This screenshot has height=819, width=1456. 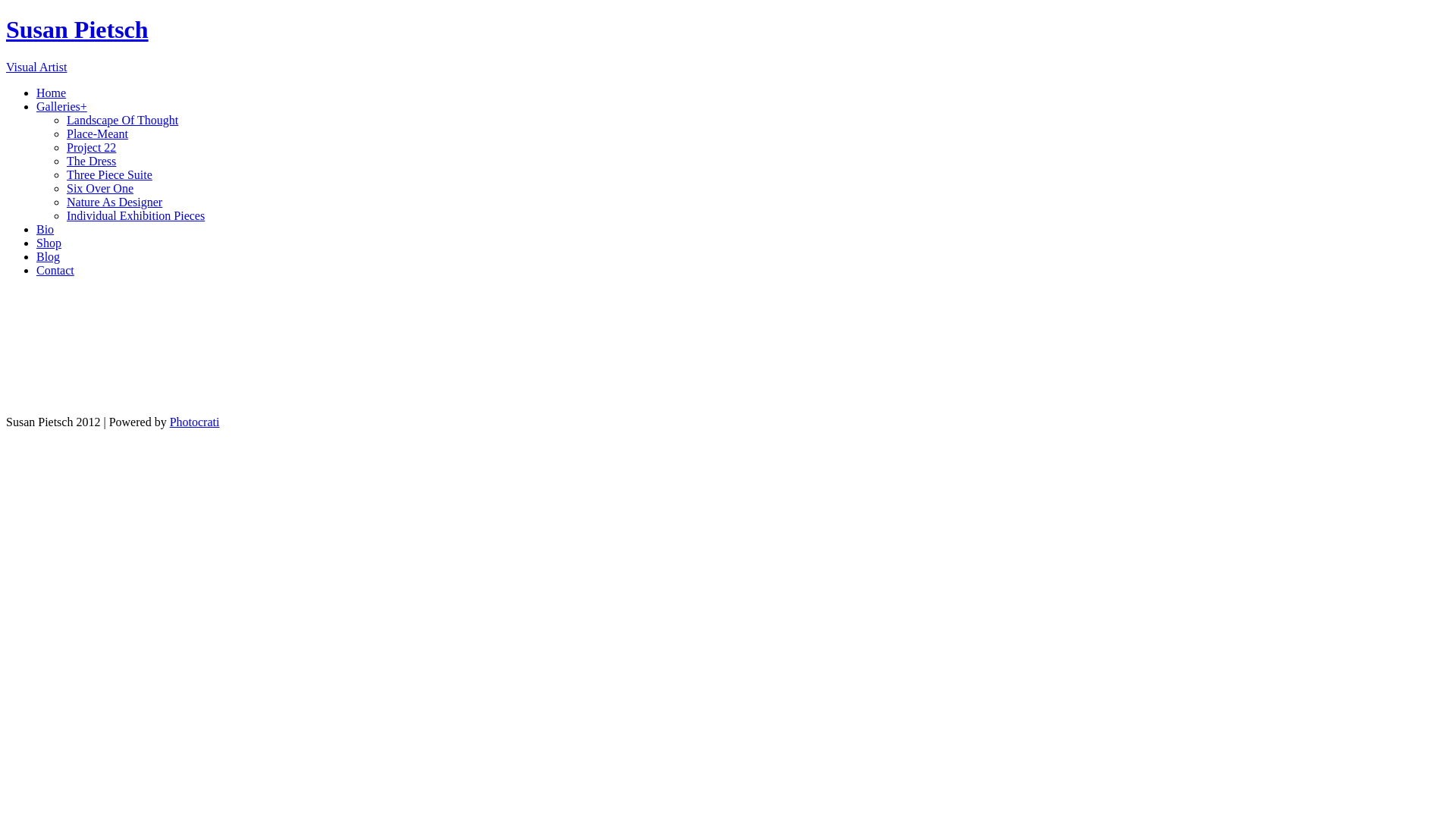 What do you see at coordinates (122, 119) in the screenshot?
I see `'Landscape Of Thought'` at bounding box center [122, 119].